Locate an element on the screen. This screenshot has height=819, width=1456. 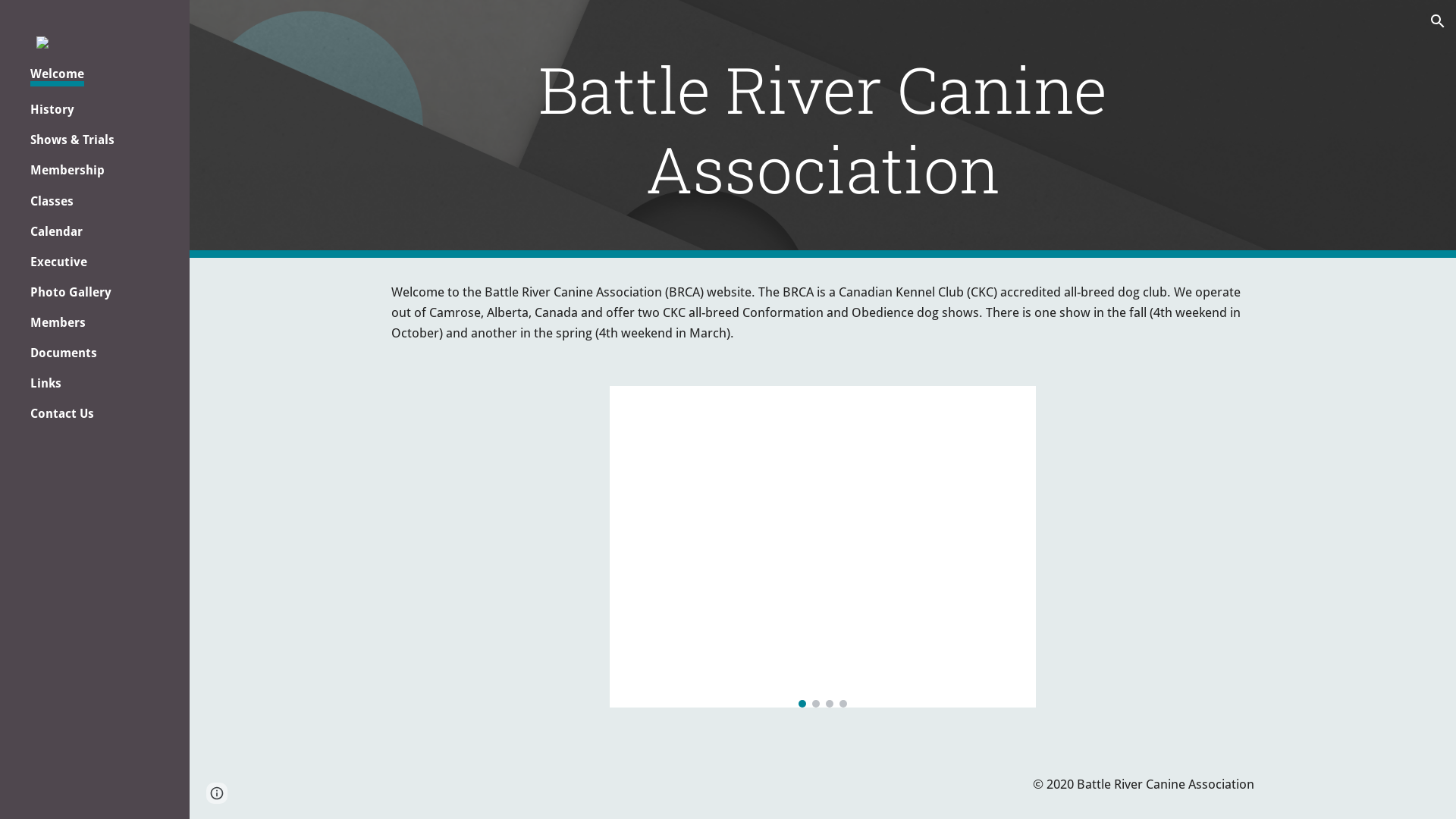
'History' is located at coordinates (52, 108).